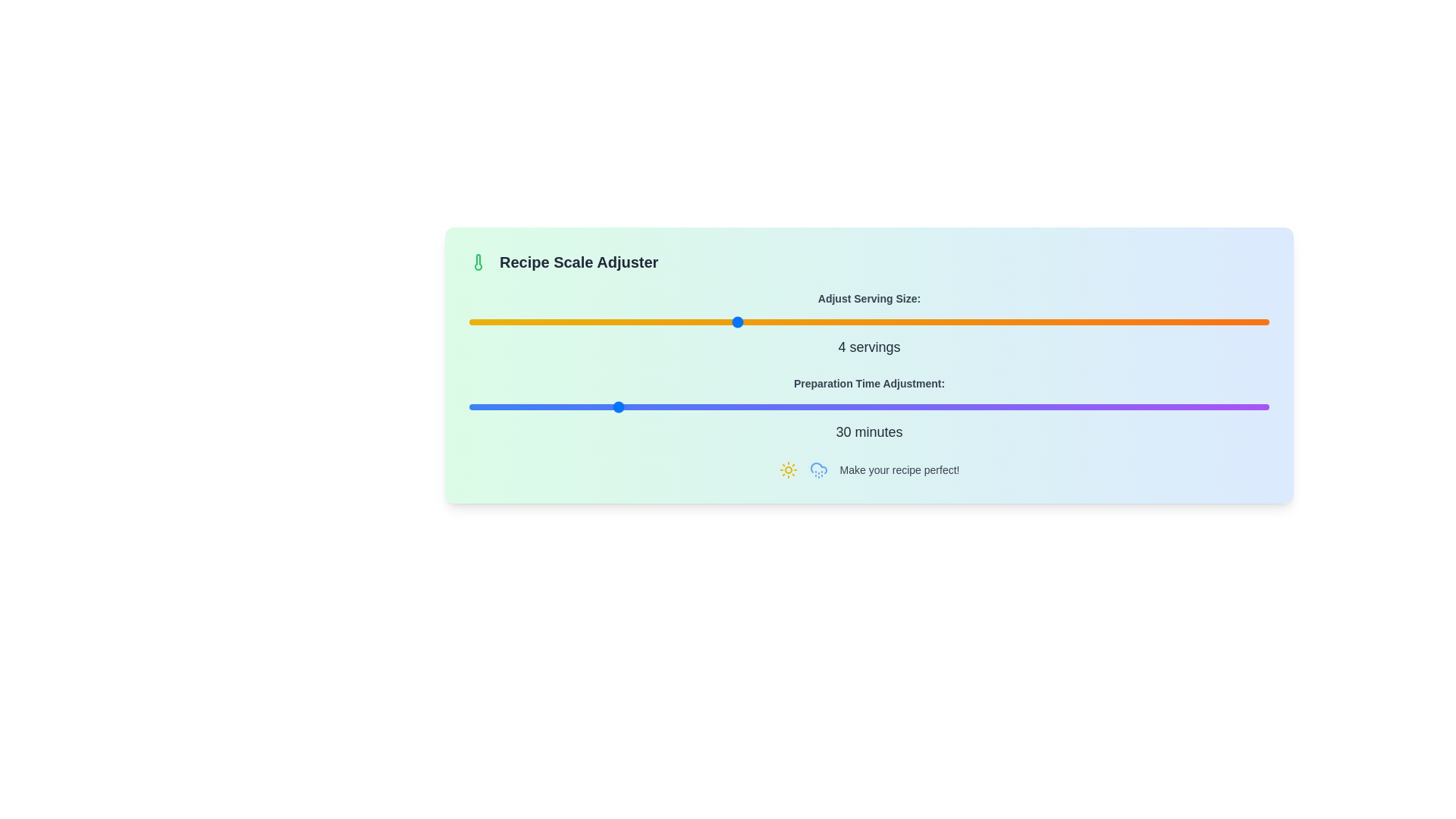  I want to click on the preparation time, so click(563, 406).